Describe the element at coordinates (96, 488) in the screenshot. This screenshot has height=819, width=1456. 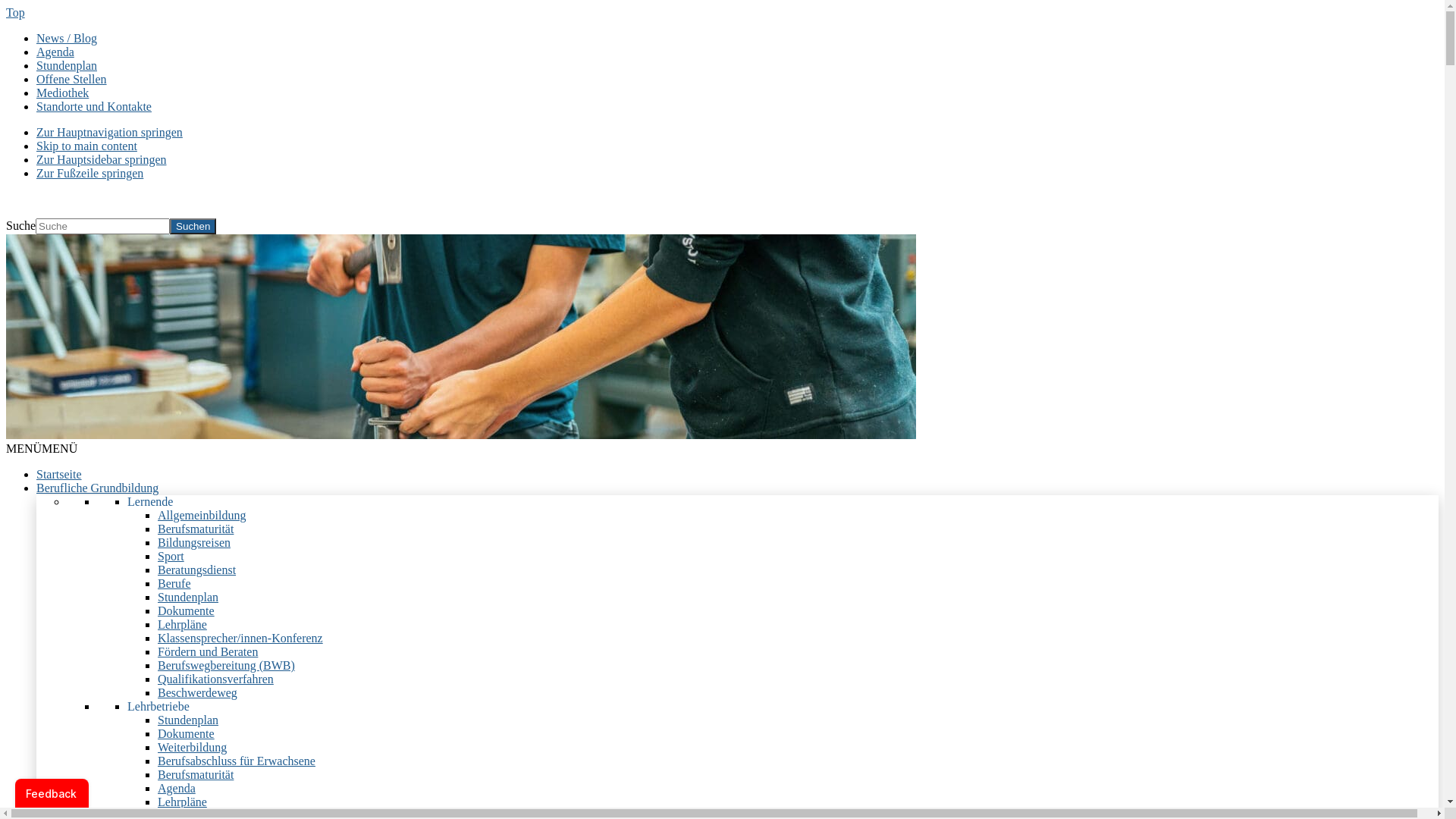
I see `'Berufliche Grundbildung'` at that location.